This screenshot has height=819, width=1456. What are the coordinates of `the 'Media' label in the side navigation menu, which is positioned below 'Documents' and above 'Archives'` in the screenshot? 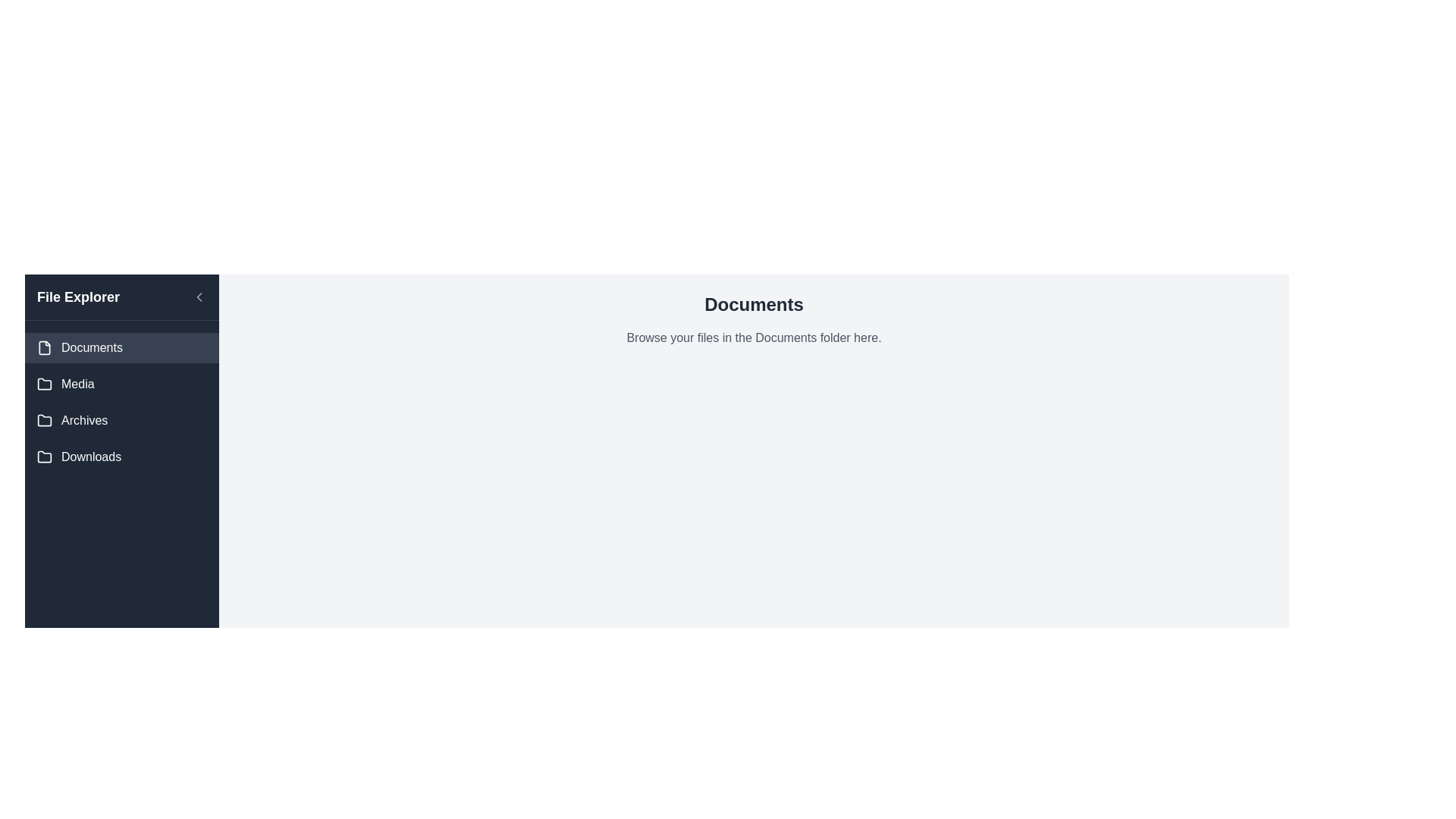 It's located at (77, 383).